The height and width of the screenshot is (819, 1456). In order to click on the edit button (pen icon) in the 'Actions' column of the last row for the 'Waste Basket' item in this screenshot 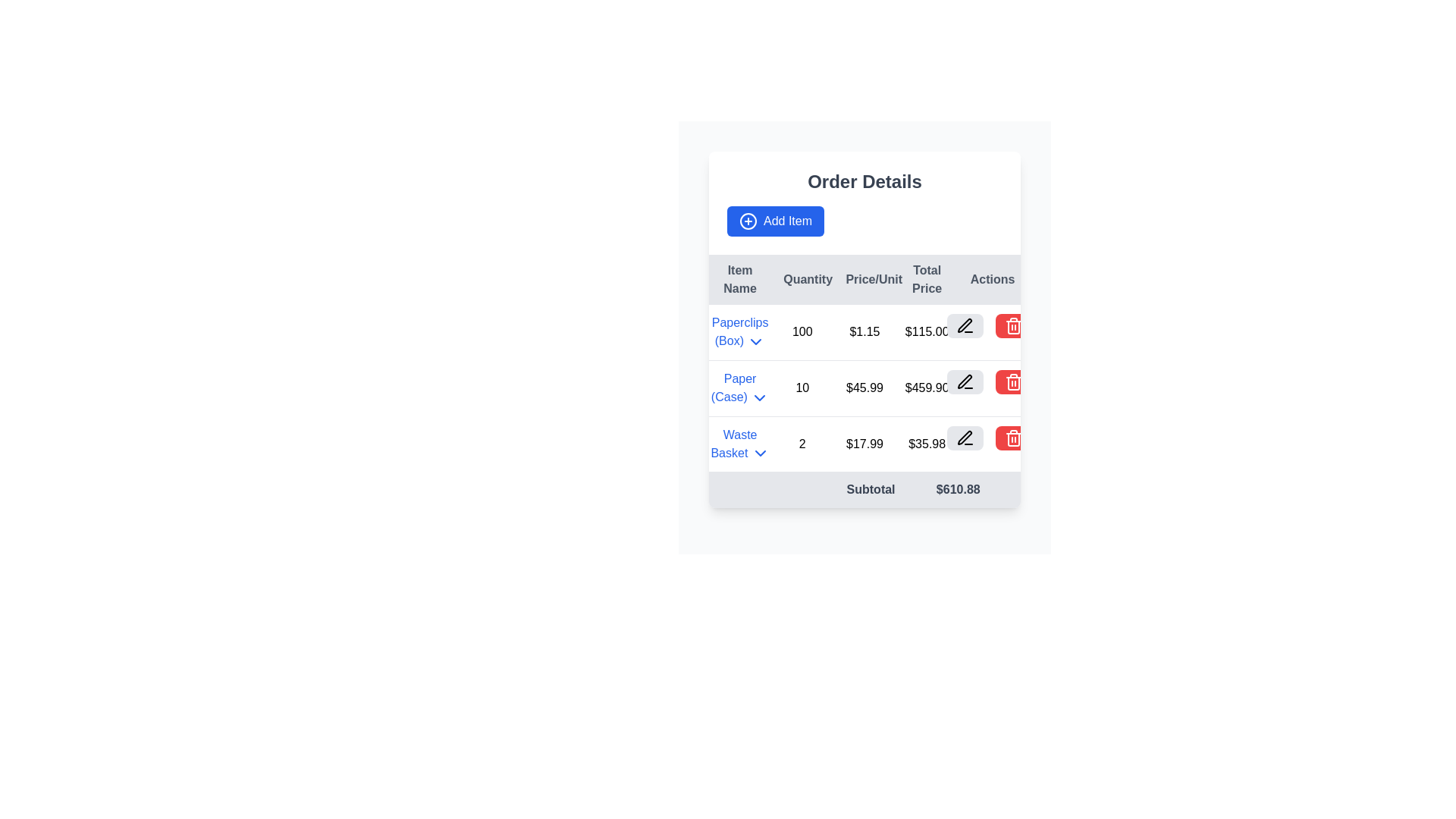, I will do `click(964, 438)`.